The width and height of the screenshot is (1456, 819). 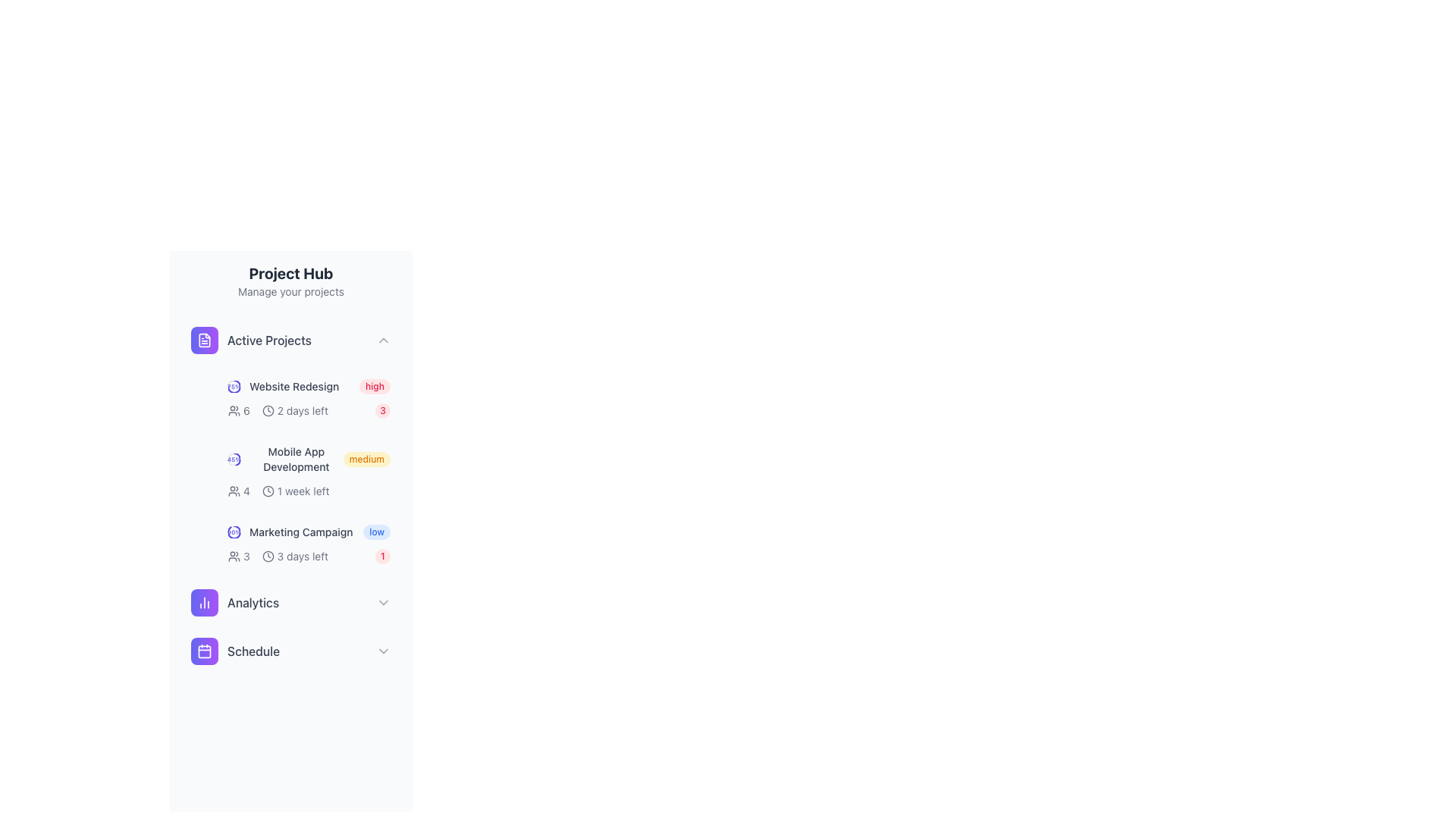 What do you see at coordinates (291, 651) in the screenshot?
I see `the interactive navigation button for the scheduling feature located at the bottom of the 'Project Hub' list, below 'Analytics'` at bounding box center [291, 651].